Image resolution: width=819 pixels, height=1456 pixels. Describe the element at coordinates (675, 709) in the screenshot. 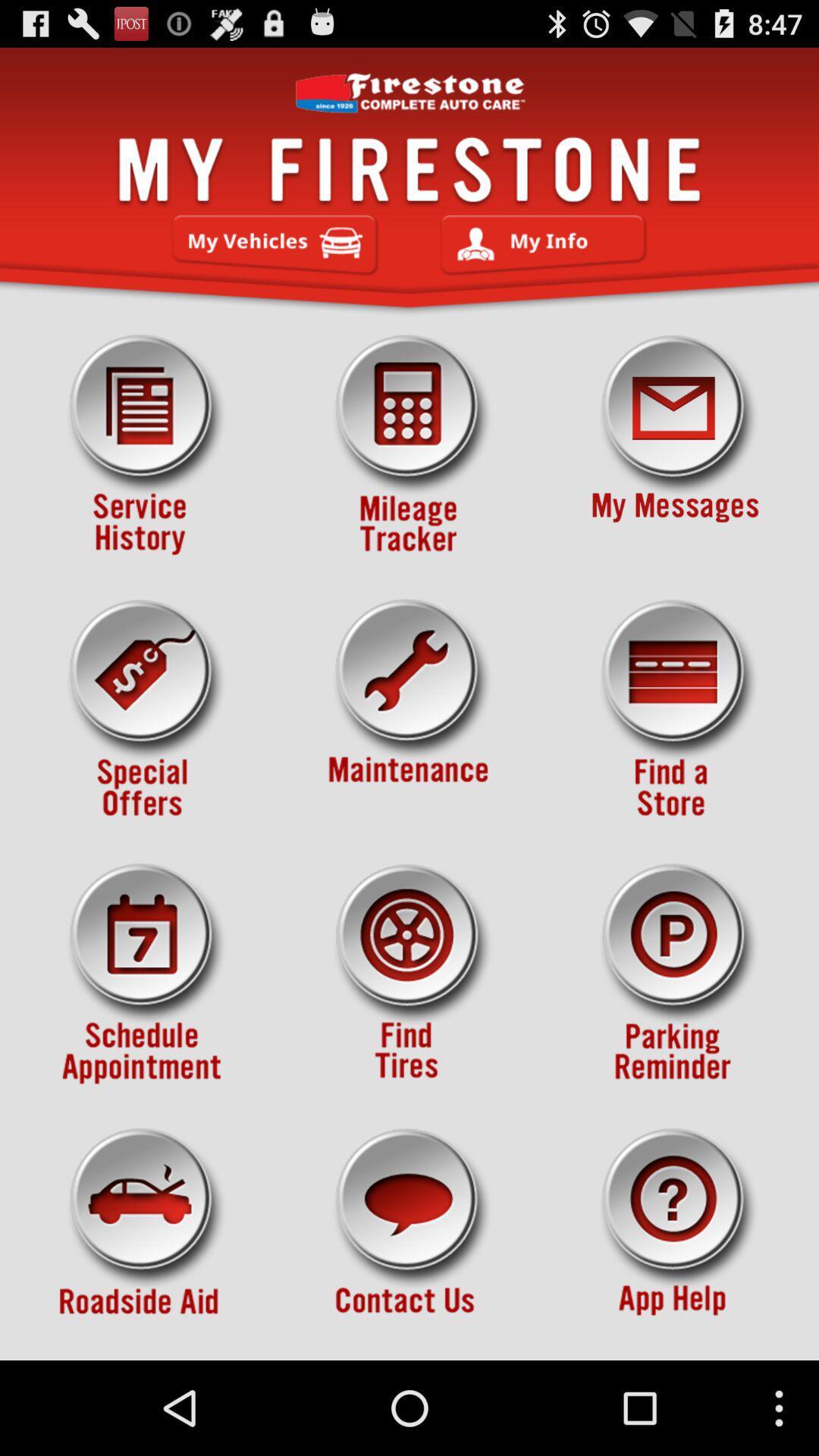

I see `search for store` at that location.